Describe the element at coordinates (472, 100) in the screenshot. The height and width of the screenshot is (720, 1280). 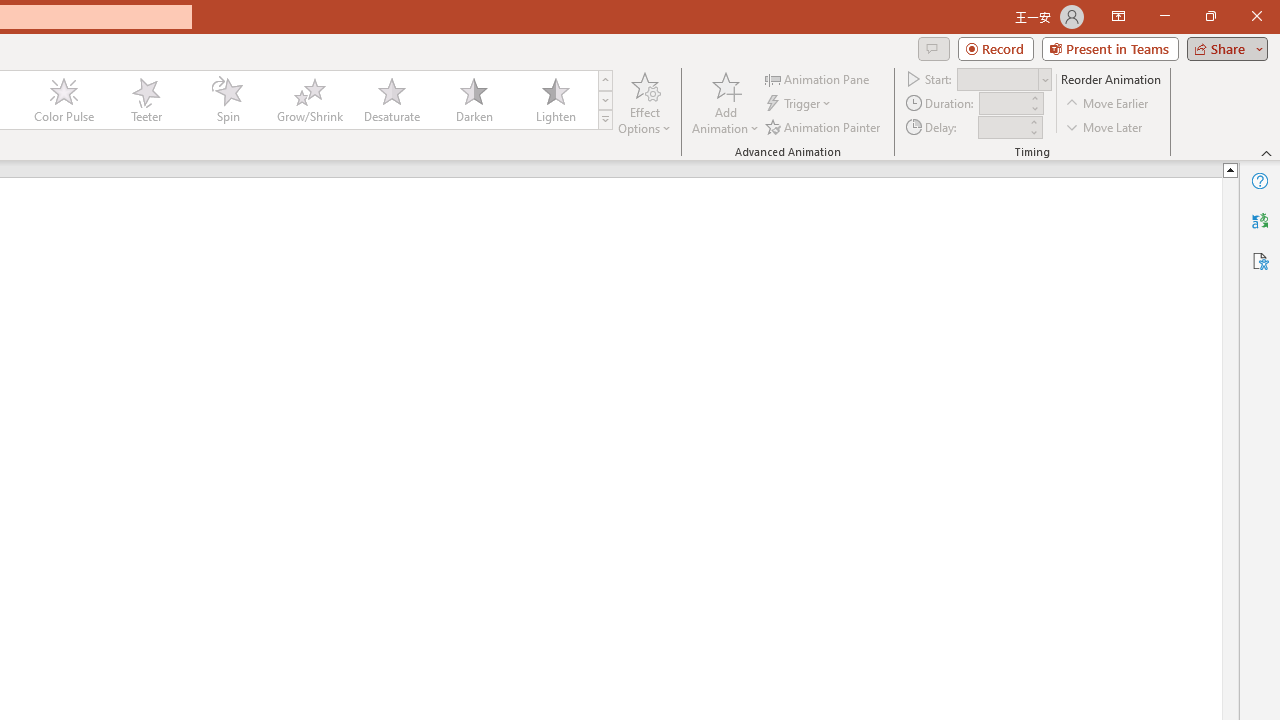
I see `'Darken'` at that location.